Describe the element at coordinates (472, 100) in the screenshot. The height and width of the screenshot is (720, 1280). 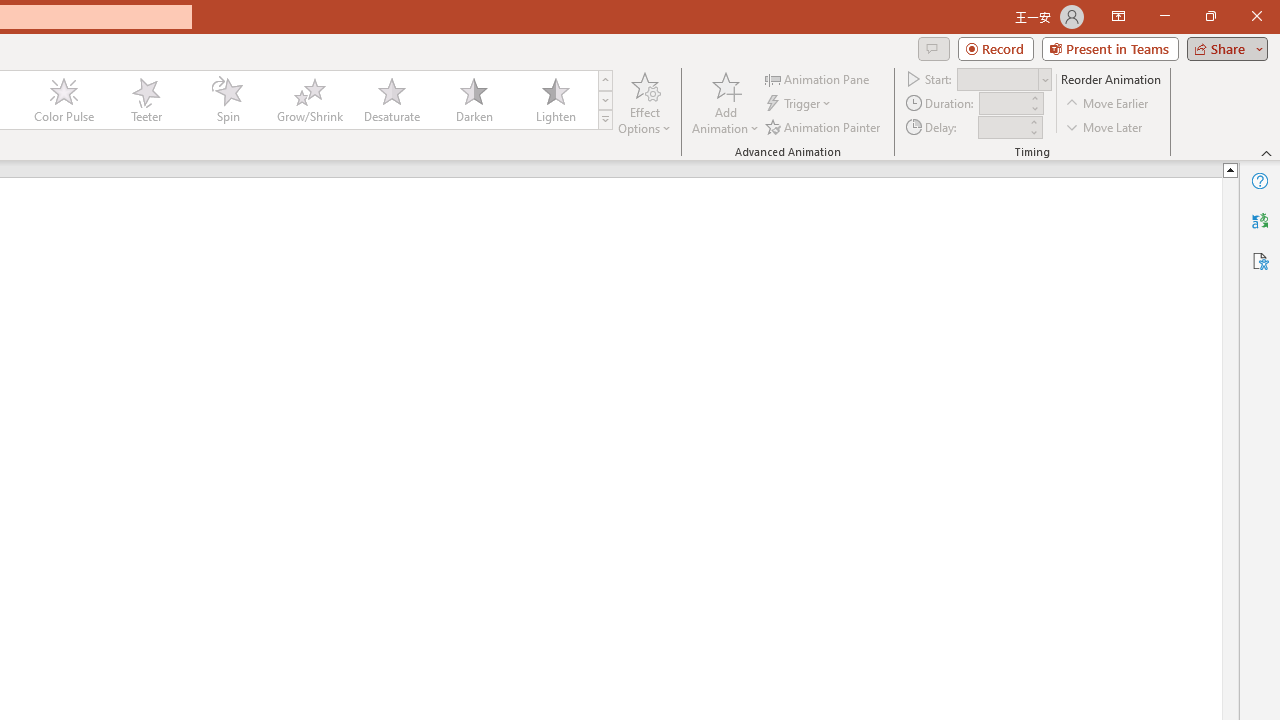
I see `'Darken'` at that location.